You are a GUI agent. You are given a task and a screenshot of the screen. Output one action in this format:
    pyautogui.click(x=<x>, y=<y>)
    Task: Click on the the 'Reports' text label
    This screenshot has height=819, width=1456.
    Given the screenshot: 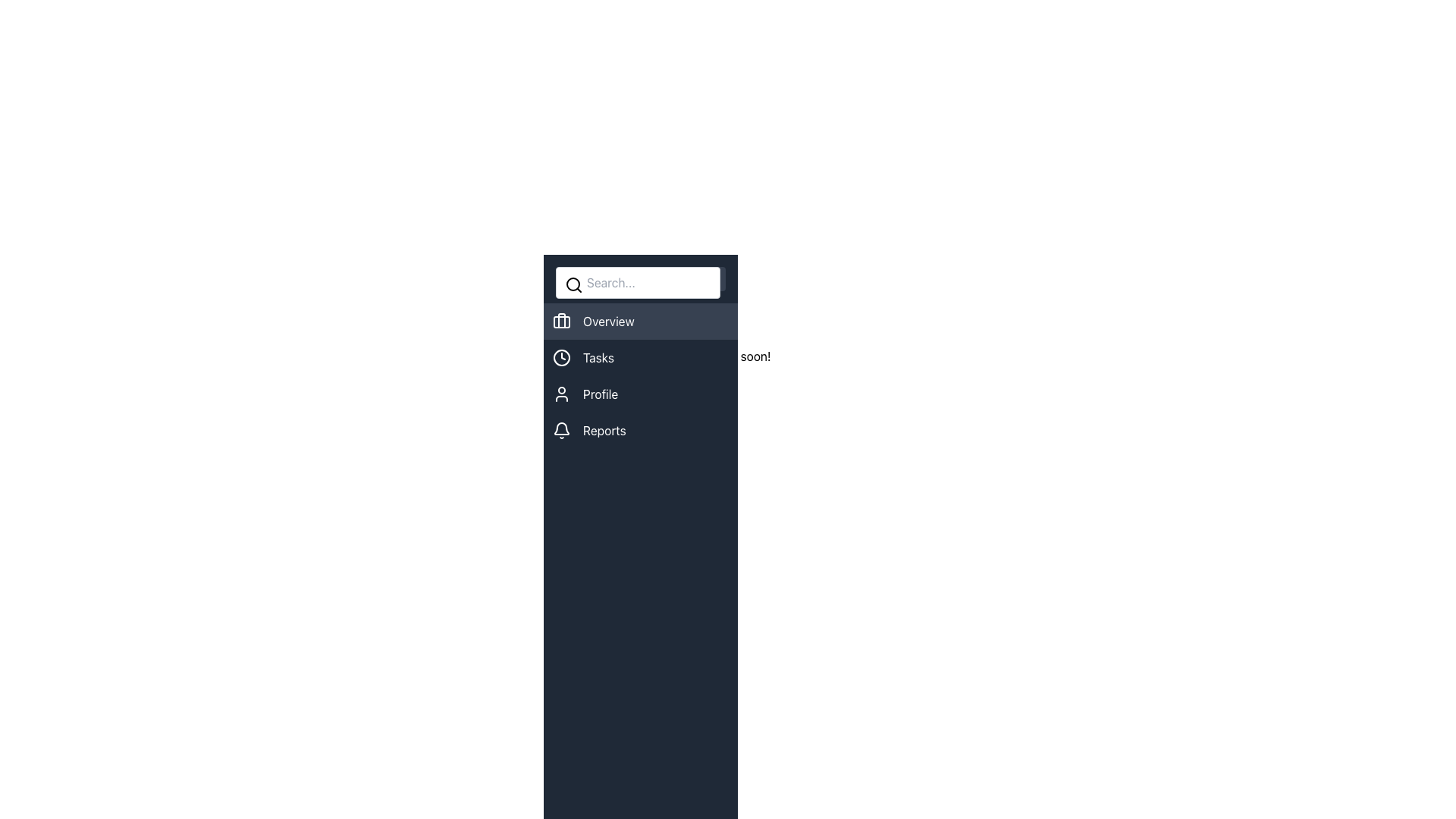 What is the action you would take?
    pyautogui.click(x=604, y=430)
    